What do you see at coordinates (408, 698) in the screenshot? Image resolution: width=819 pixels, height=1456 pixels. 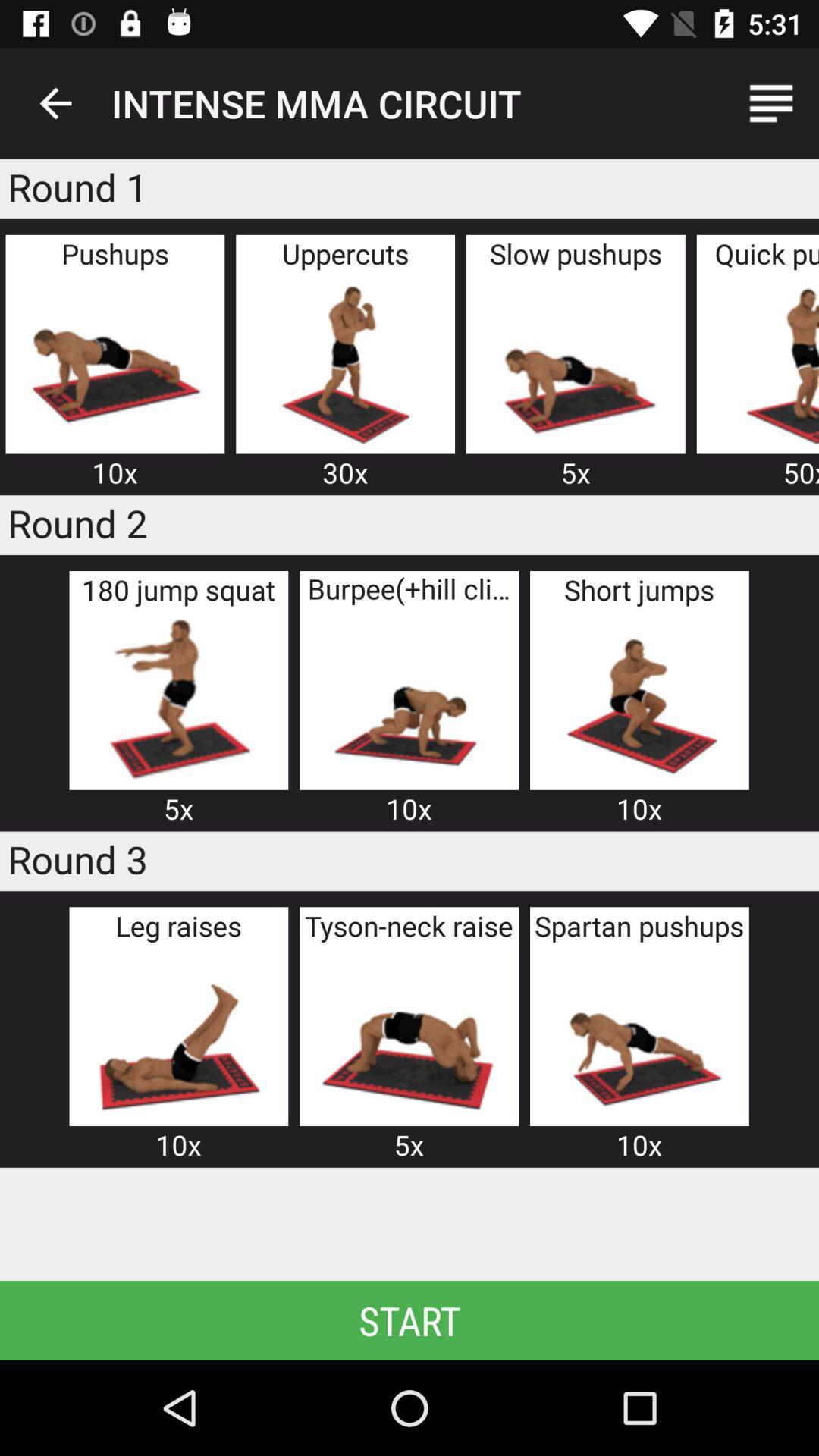 I see `open` at bounding box center [408, 698].